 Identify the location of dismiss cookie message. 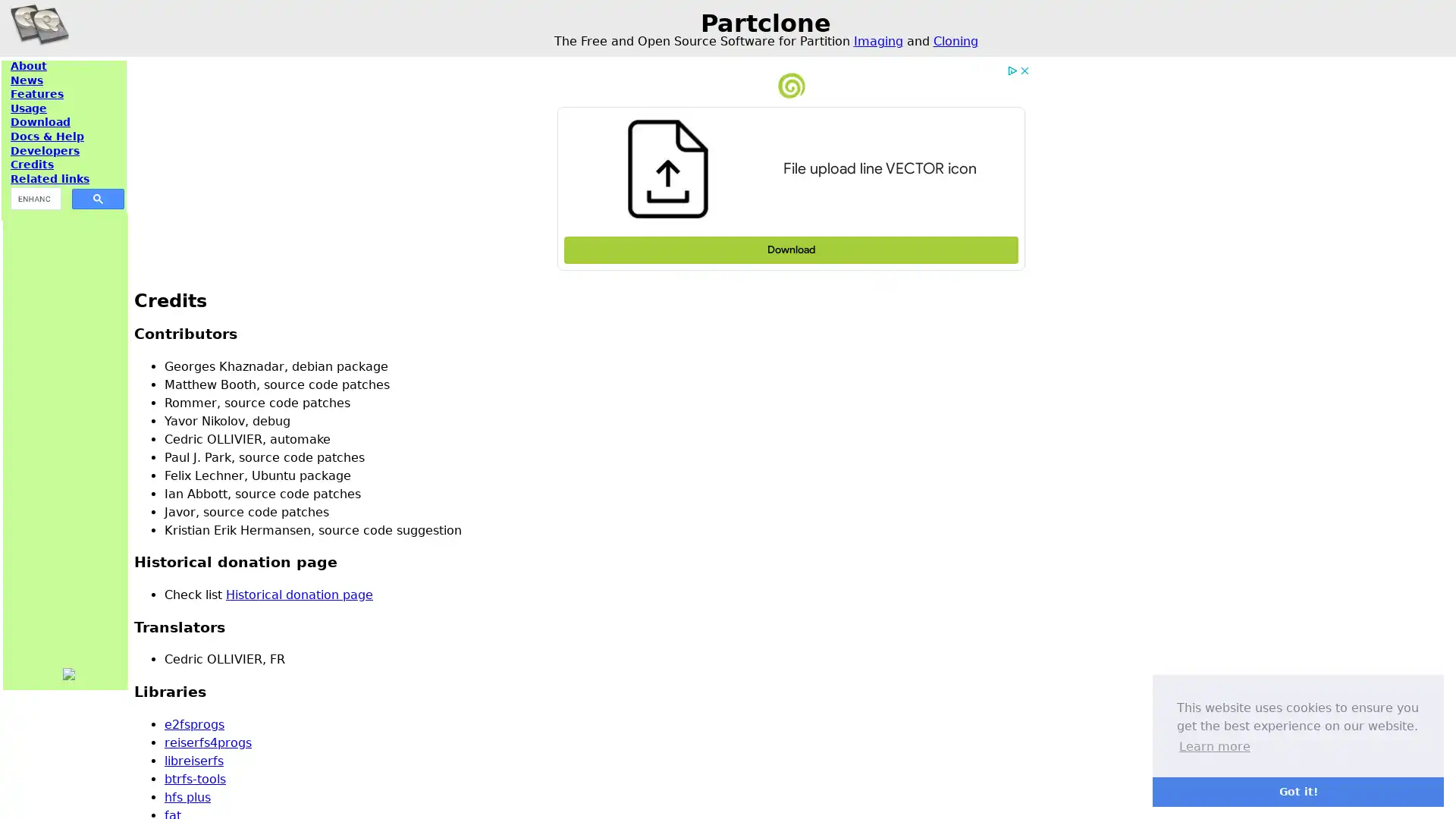
(1298, 791).